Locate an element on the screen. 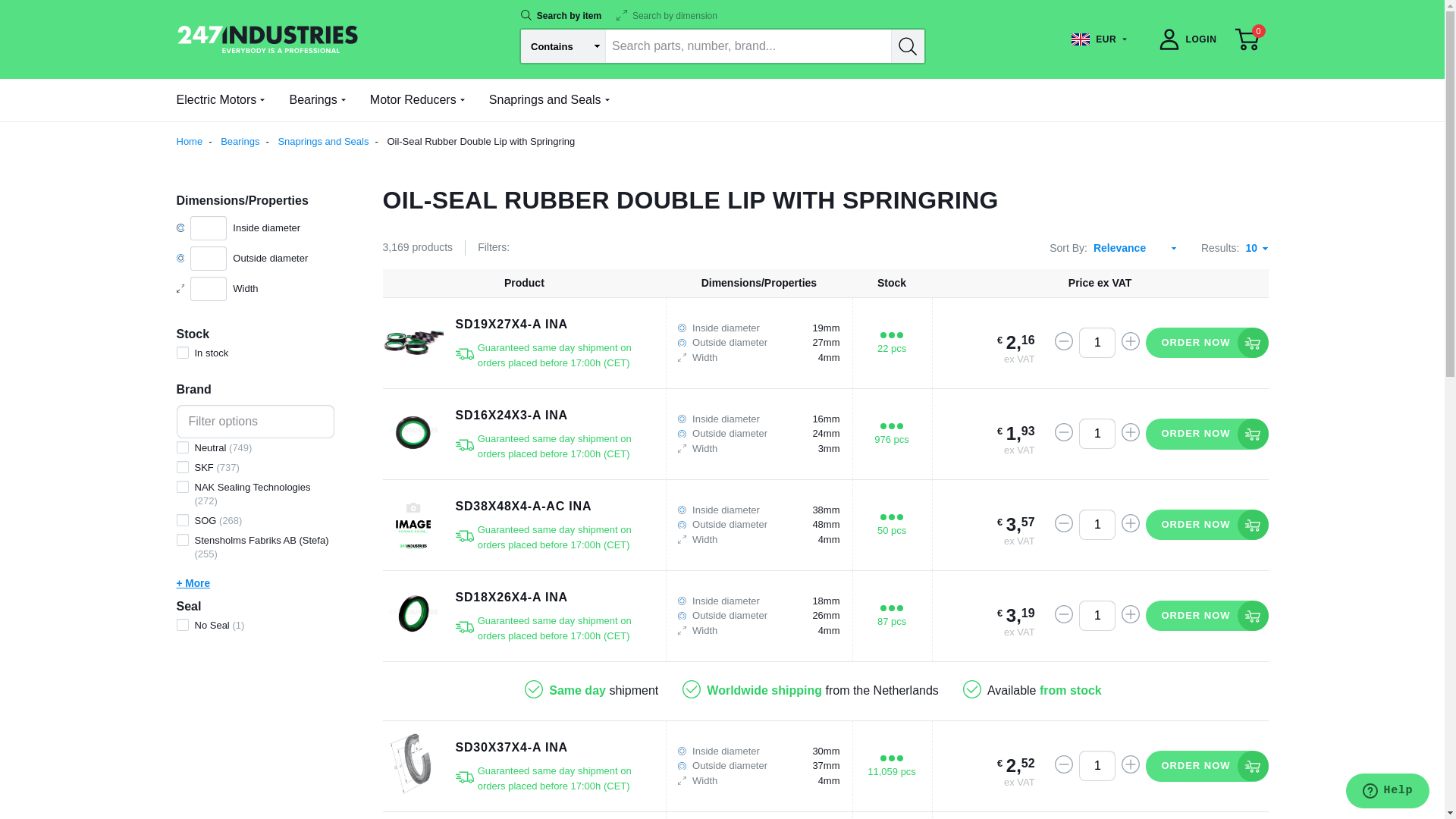  'SD18X26X4-A INA' is located at coordinates (510, 596).